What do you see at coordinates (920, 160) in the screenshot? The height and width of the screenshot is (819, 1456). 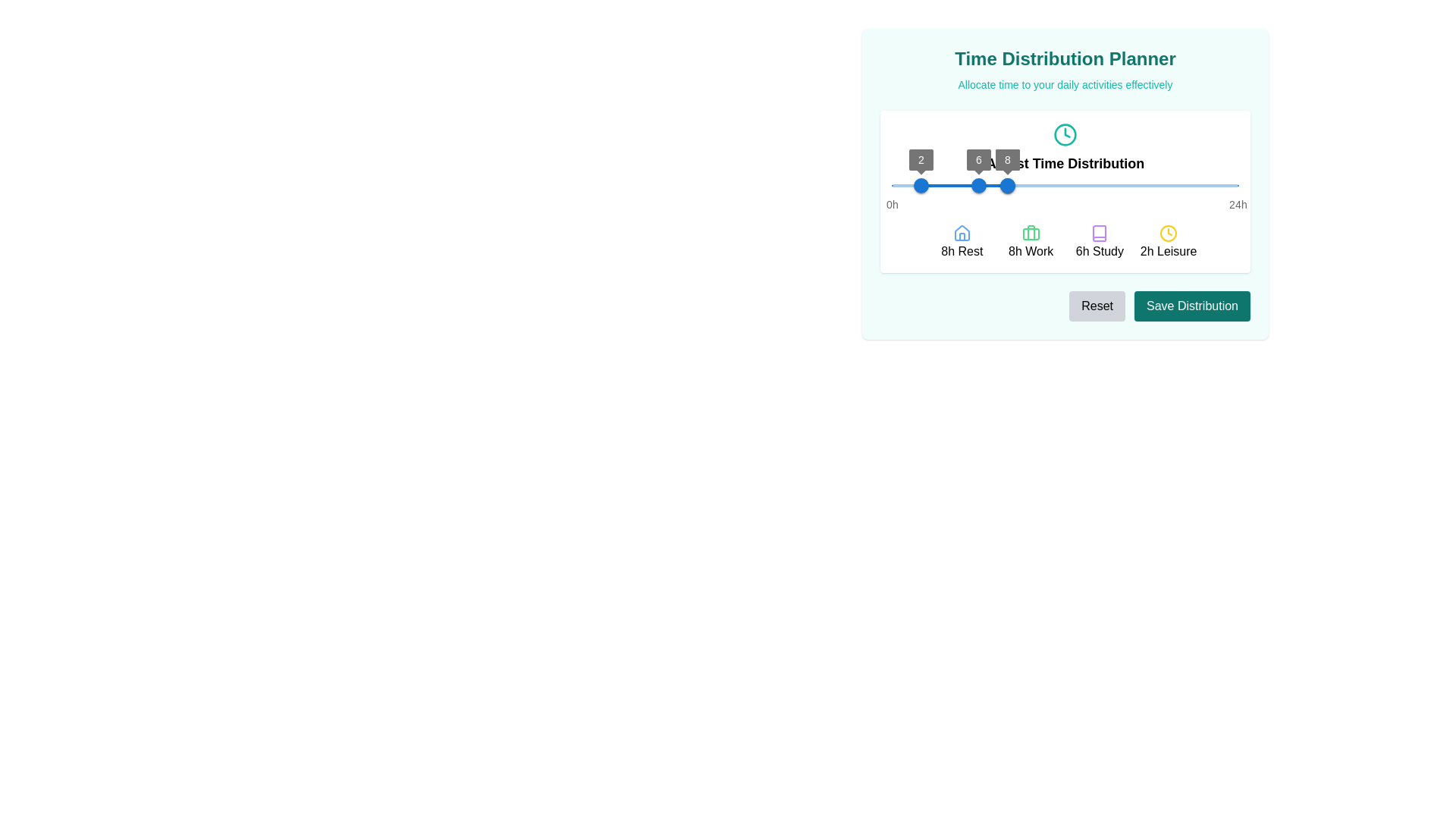 I see `the Value label on the slider component that indicates the current value '2' in the 'Time Distribution Planner' interface, positioned above the first slider handle` at bounding box center [920, 160].